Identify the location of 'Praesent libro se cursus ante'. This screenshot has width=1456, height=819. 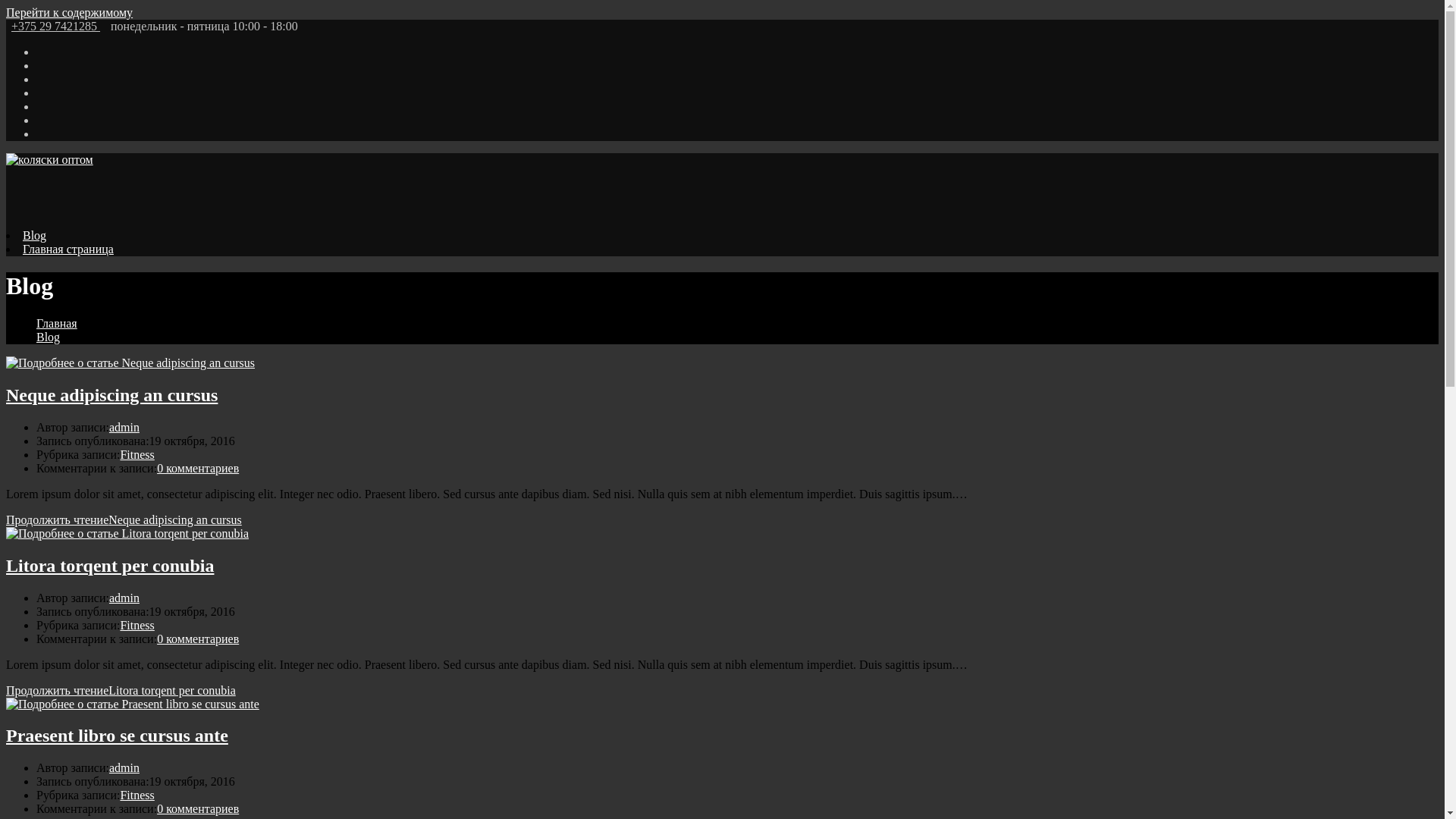
(116, 734).